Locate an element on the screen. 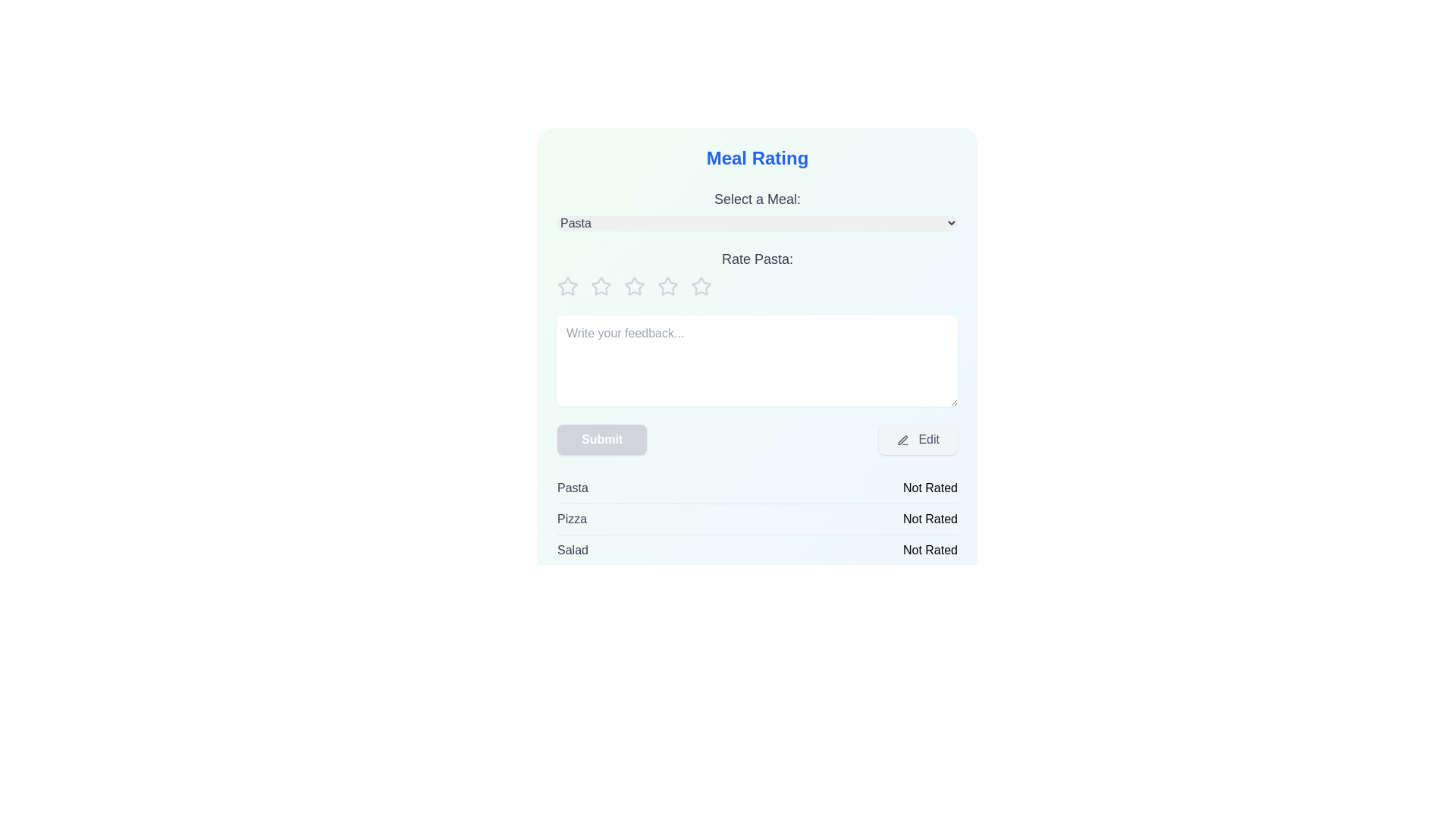 This screenshot has width=1456, height=819. the static text label displaying 'Pasta' which identifies the meal within the list of meals being rated is located at coordinates (572, 488).